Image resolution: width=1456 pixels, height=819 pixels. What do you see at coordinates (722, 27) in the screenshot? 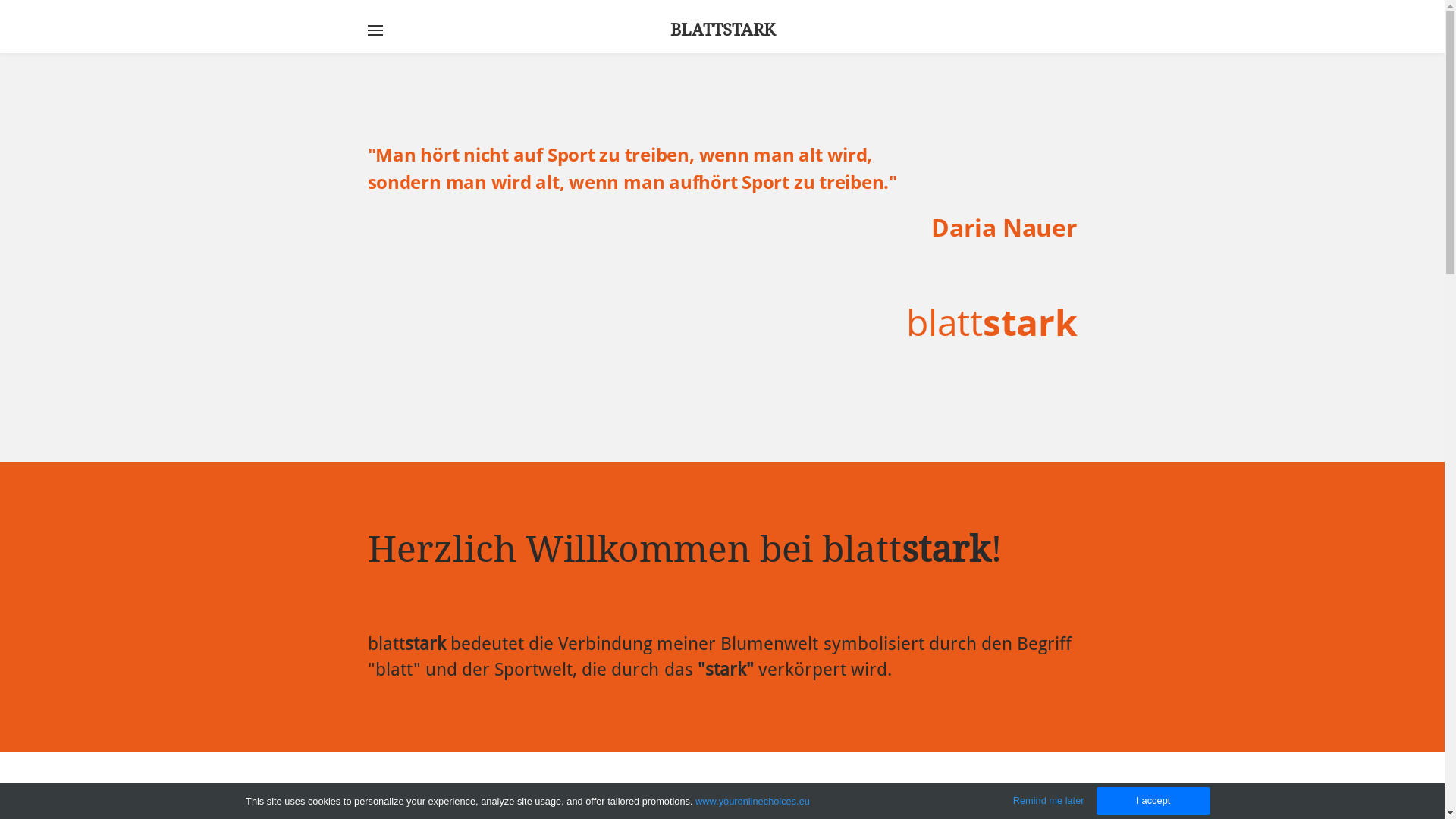
I see `'BLATTSTARK'` at bounding box center [722, 27].